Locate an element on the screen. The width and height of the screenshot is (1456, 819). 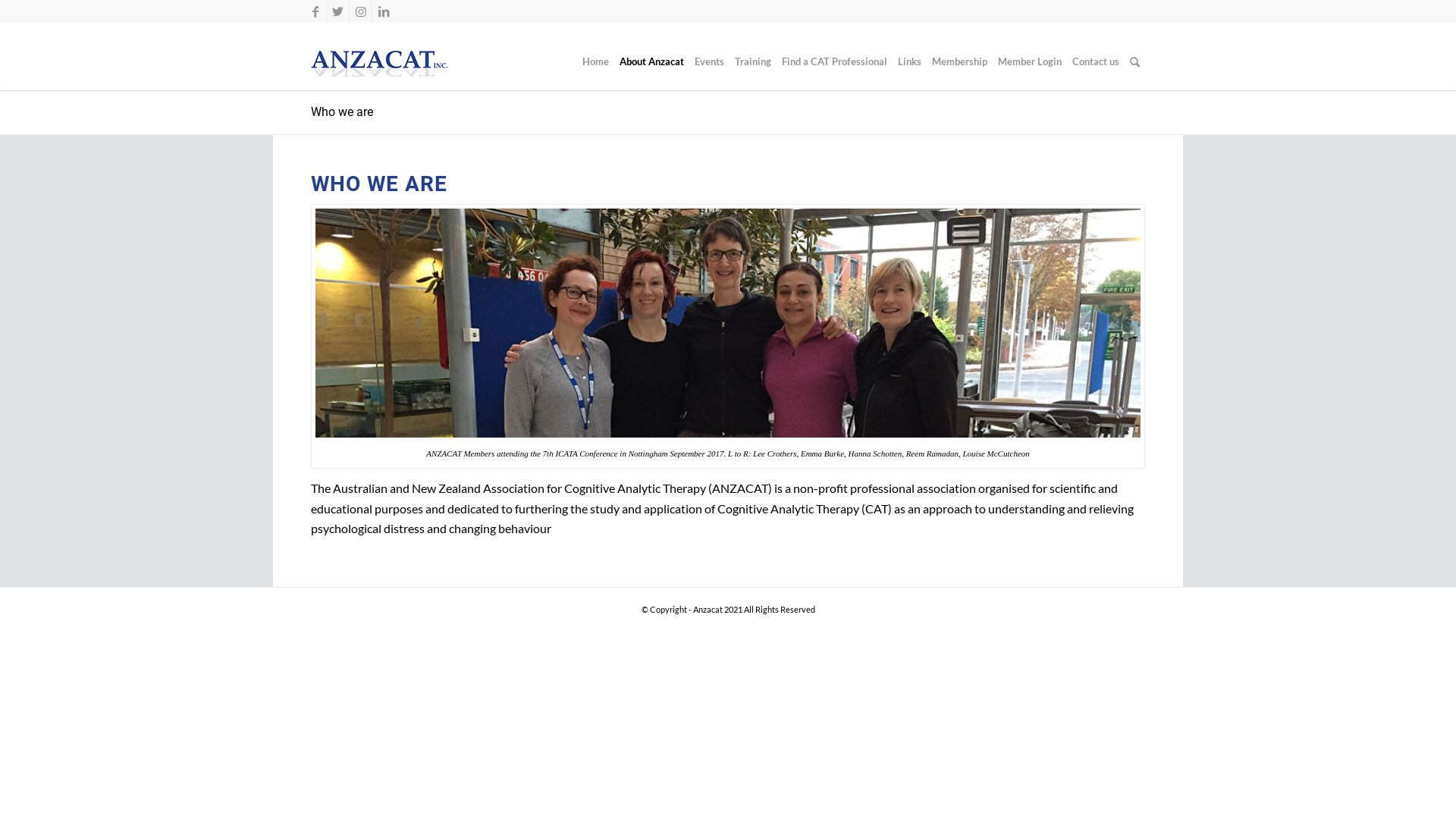
'Anzacat_logo' is located at coordinates (379, 63).